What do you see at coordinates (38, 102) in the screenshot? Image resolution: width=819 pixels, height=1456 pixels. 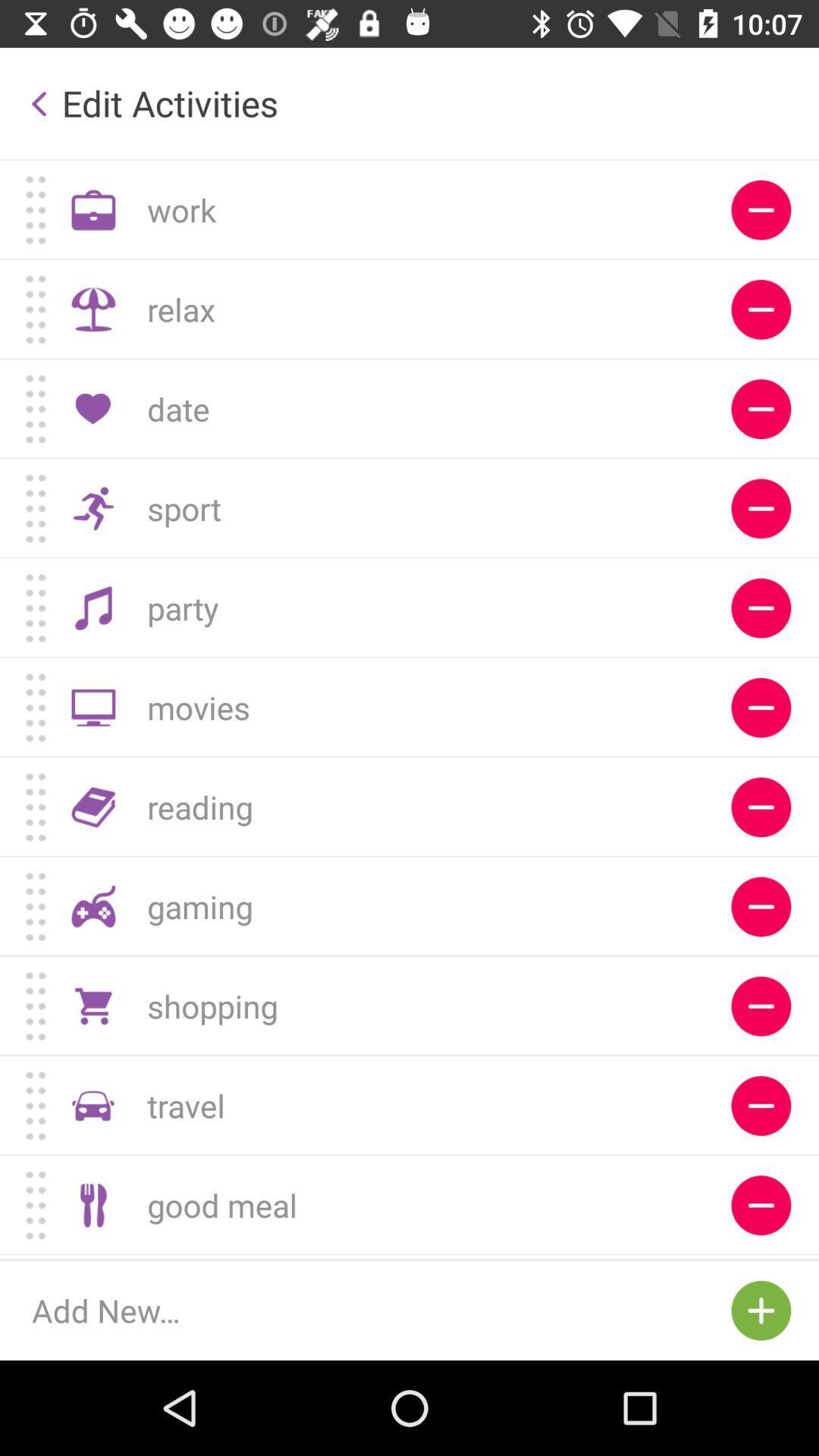 I see `the button which is left side of the edit activities` at bounding box center [38, 102].